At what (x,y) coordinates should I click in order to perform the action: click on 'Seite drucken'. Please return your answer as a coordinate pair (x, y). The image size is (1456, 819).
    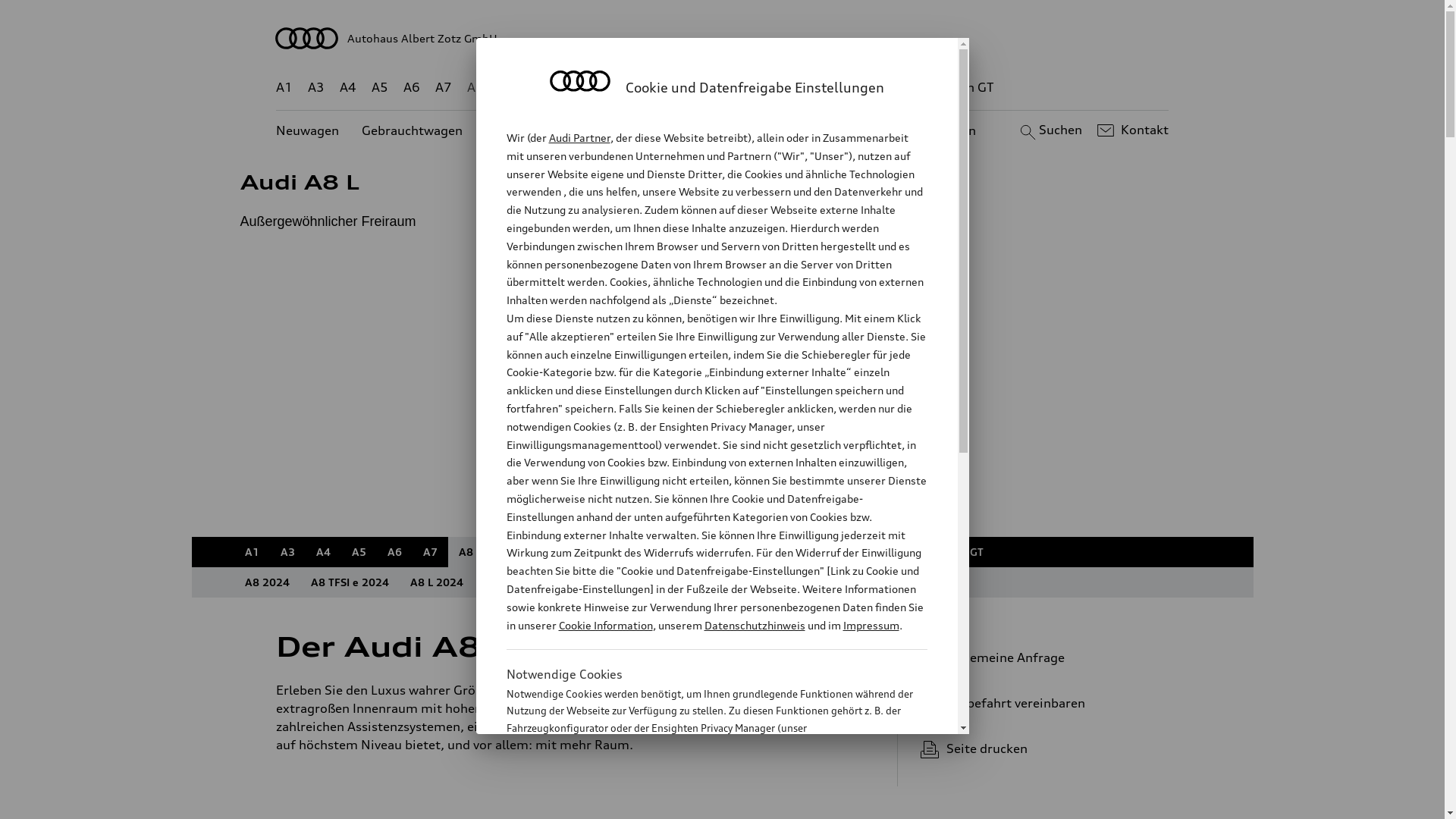
    Looking at the image, I should click on (1043, 748).